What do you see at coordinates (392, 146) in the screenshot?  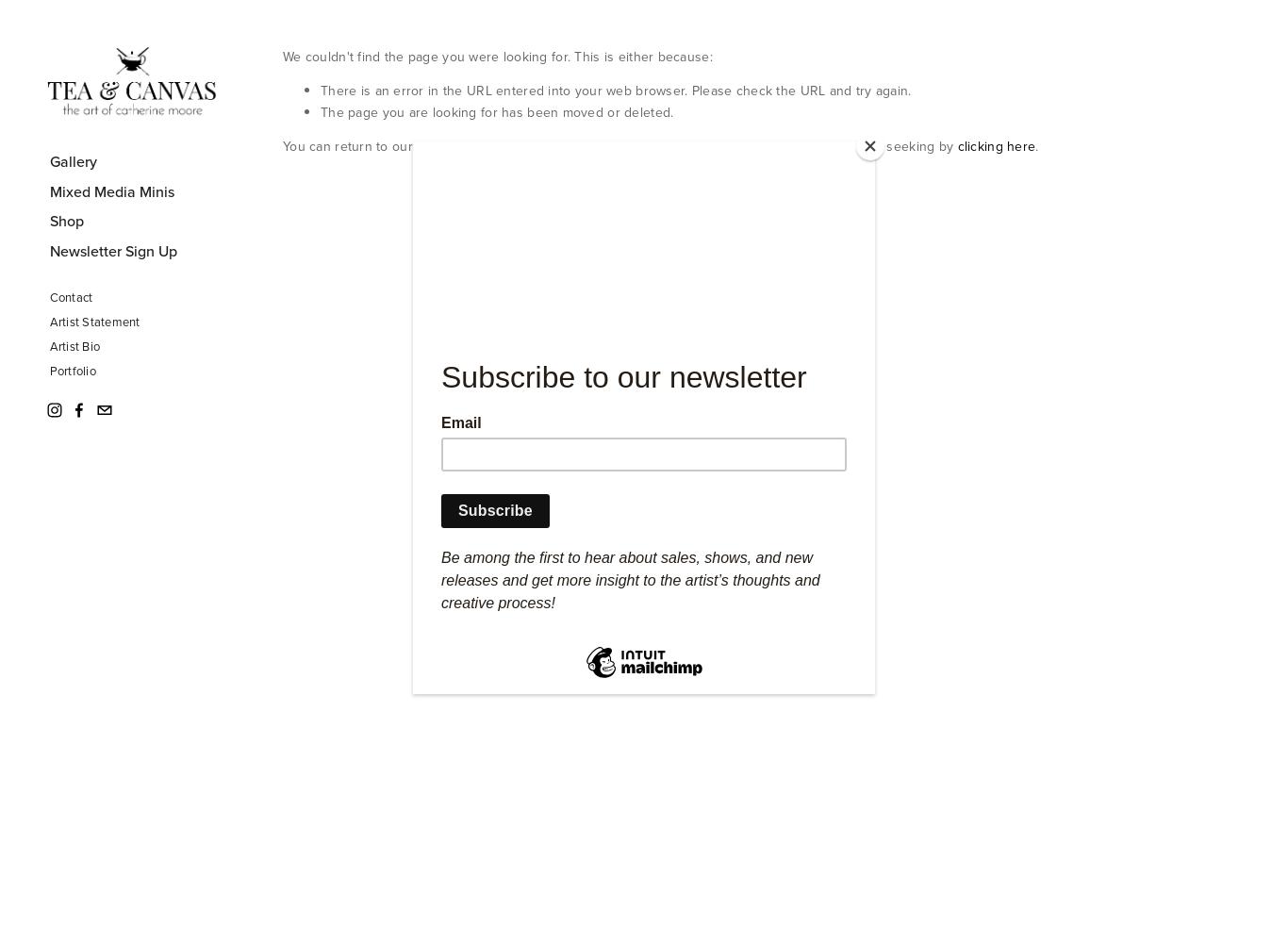 I see `'You can return to our homepage by'` at bounding box center [392, 146].